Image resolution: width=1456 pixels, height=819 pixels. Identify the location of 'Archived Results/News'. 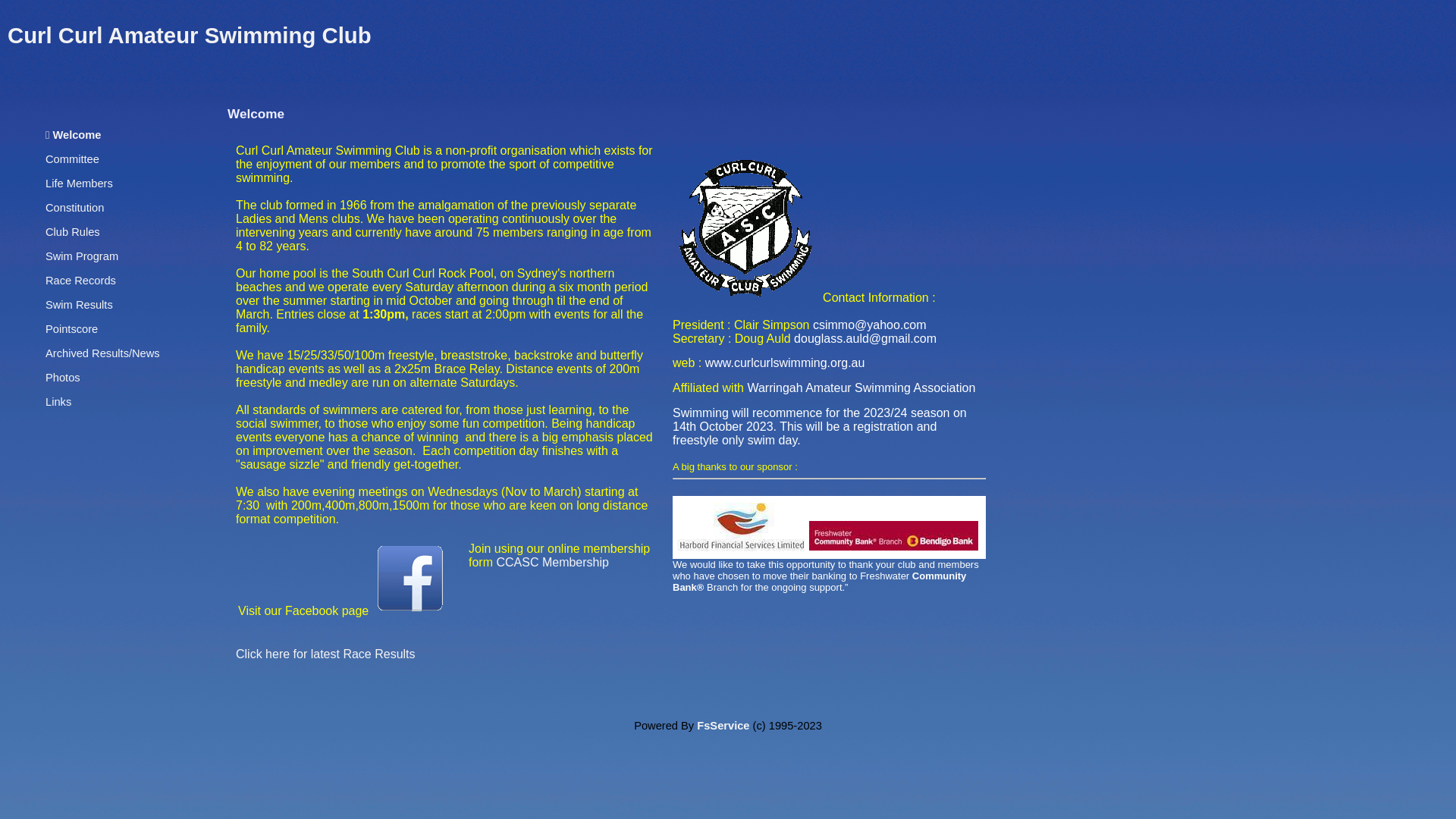
(102, 353).